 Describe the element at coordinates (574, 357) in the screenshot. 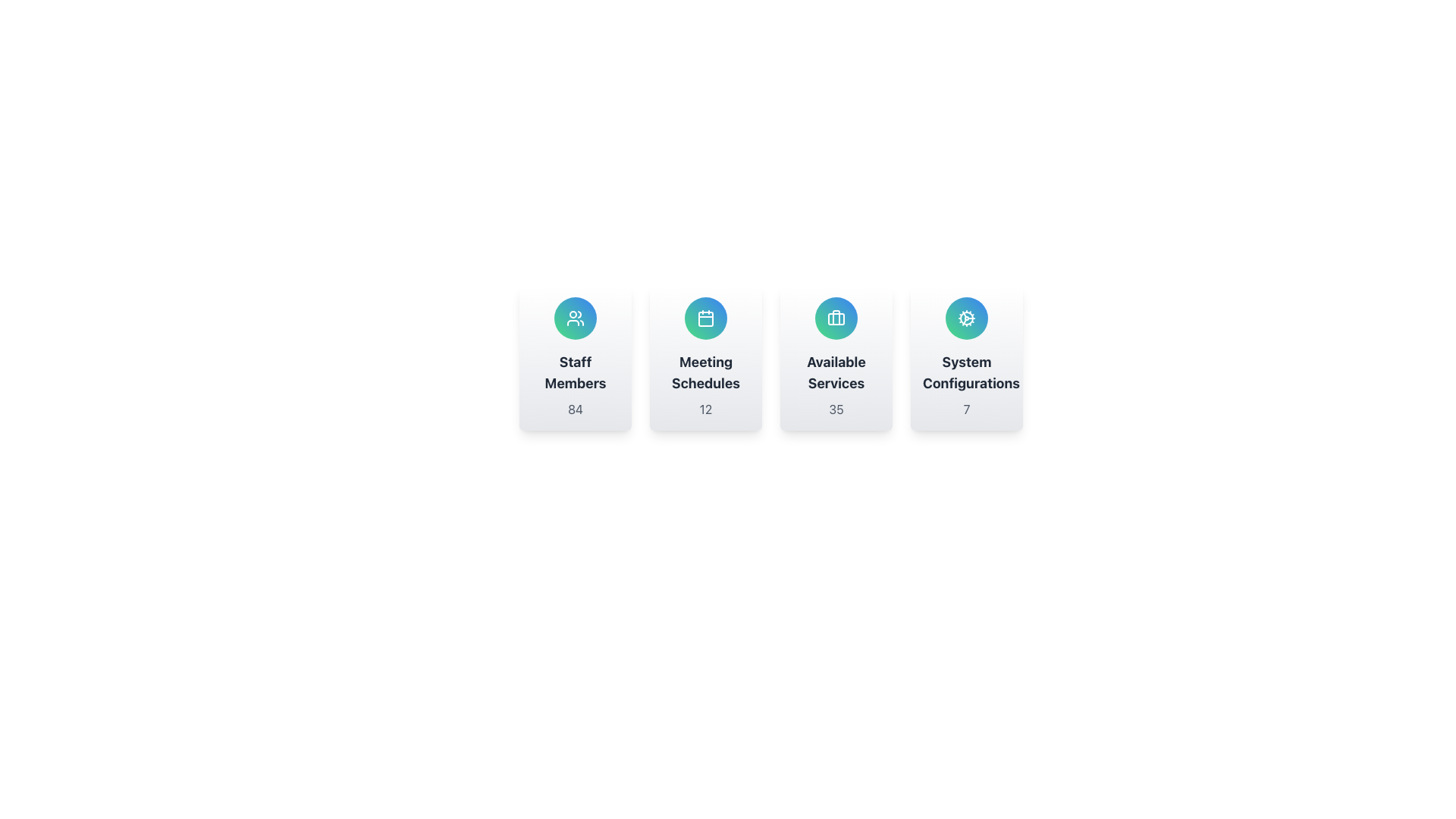

I see `the first Summary Card, which features a gradient background, rounded corners, and displays 'Staff Members' in bold with the number '84' at the bottom` at that location.